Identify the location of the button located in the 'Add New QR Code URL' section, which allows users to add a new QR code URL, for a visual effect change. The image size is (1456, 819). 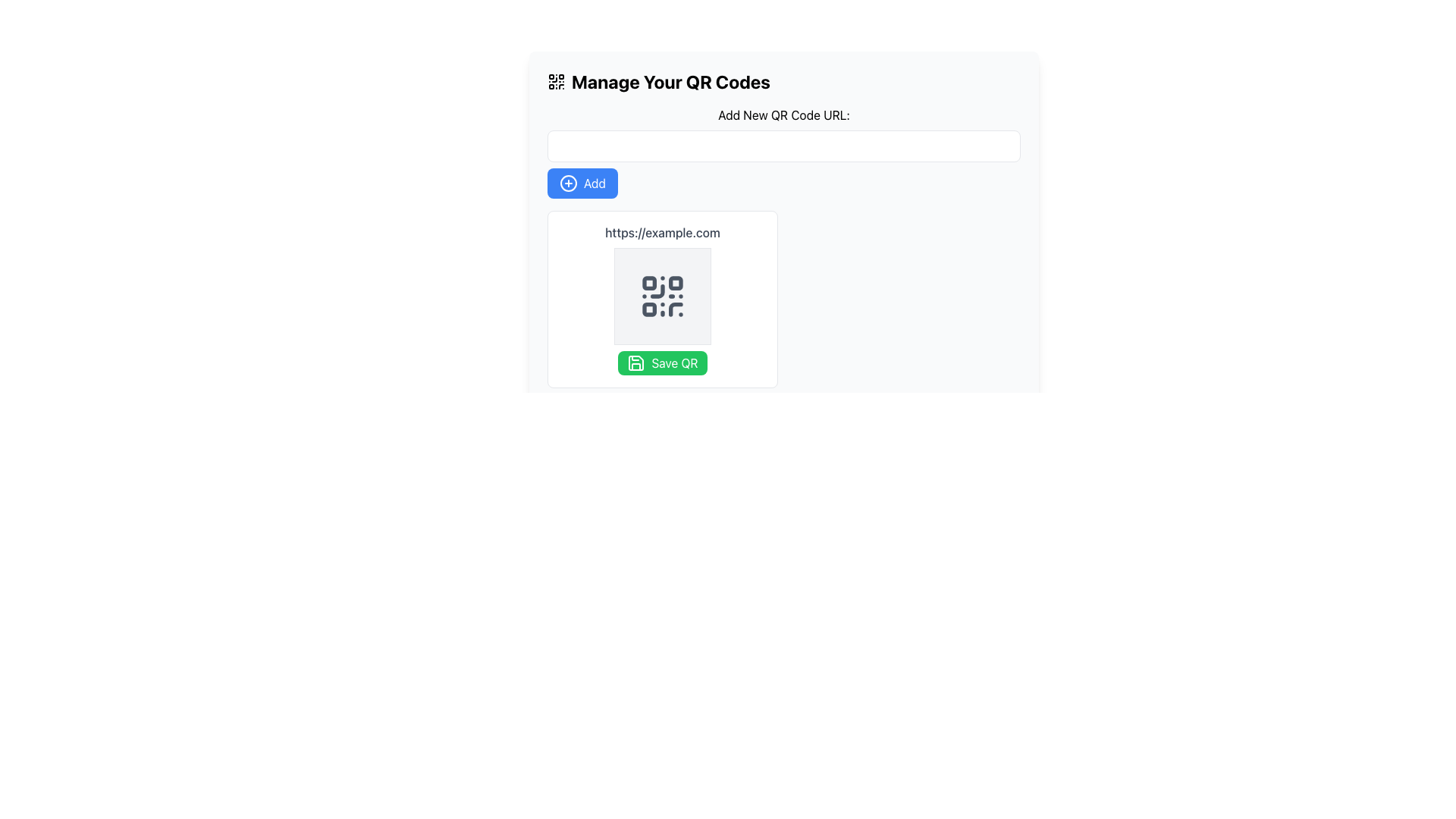
(582, 183).